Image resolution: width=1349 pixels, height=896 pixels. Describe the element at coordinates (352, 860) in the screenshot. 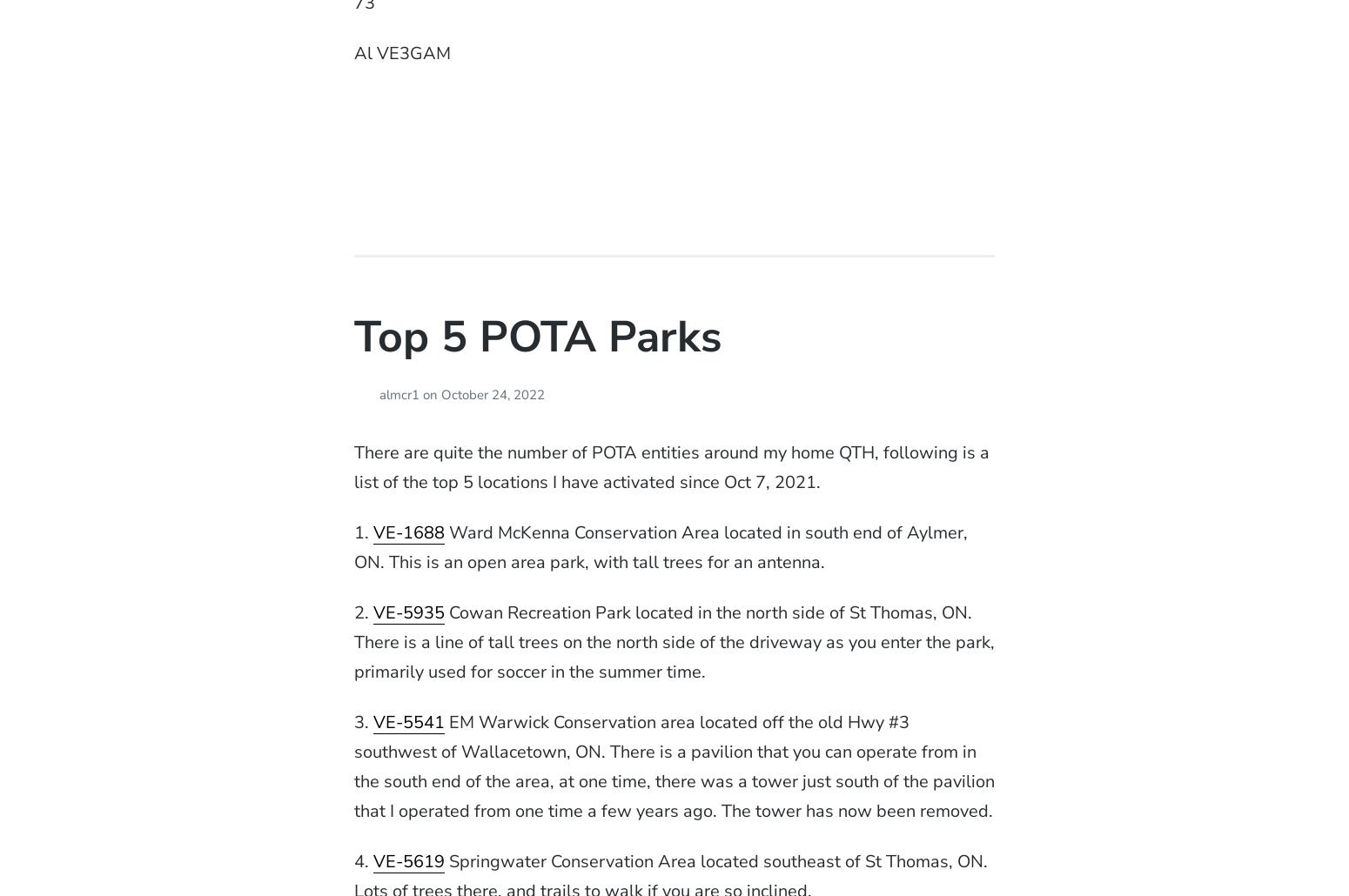

I see `'4.'` at that location.